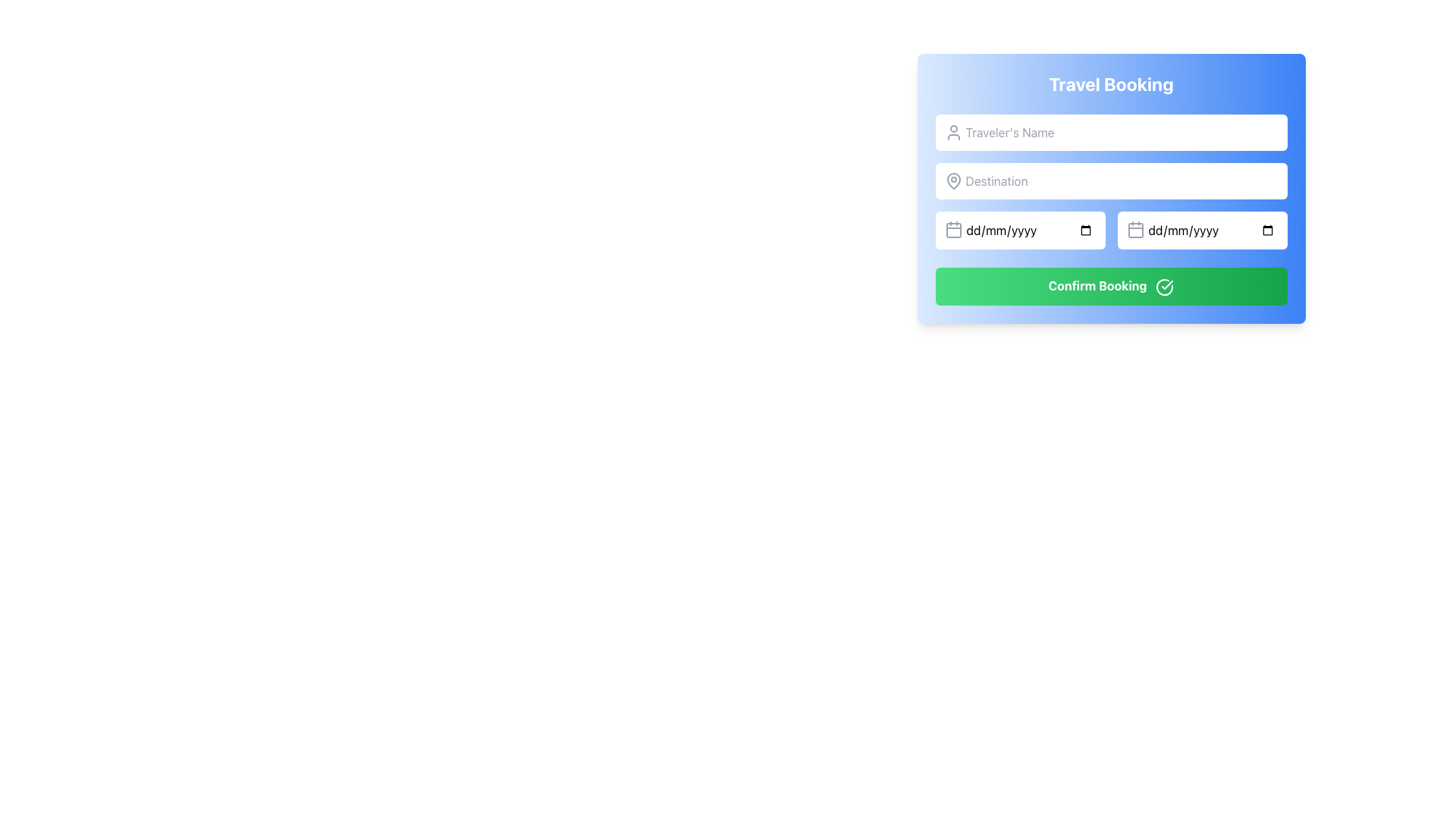 Image resolution: width=1456 pixels, height=819 pixels. I want to click on the map pin icon located in the 'Destination' input field of the travel booking form, which has a minimalistic design with gray outlines and a transparent interior, so click(952, 180).